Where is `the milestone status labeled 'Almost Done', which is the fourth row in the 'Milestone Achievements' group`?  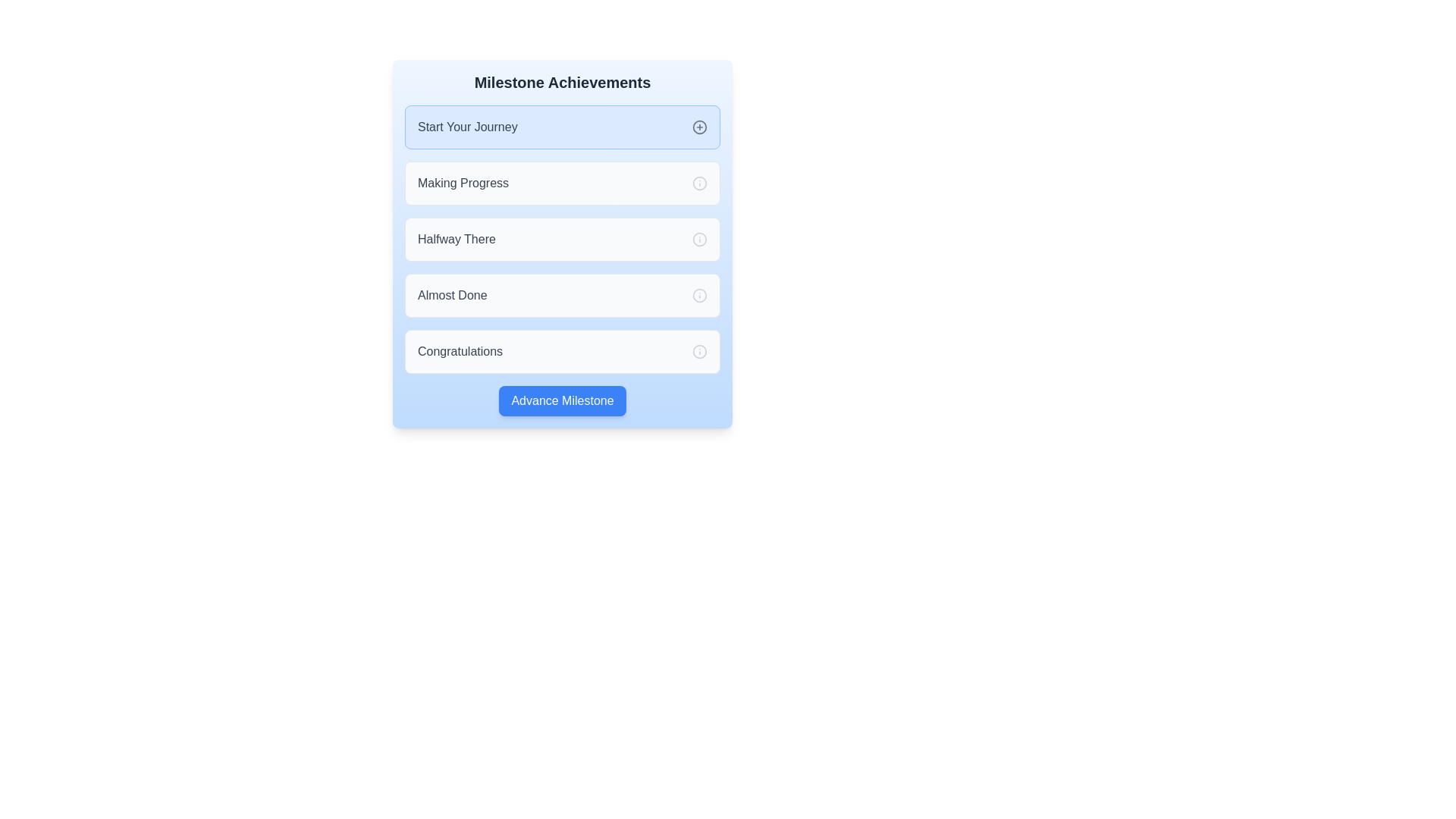 the milestone status labeled 'Almost Done', which is the fourth row in the 'Milestone Achievements' group is located at coordinates (562, 295).